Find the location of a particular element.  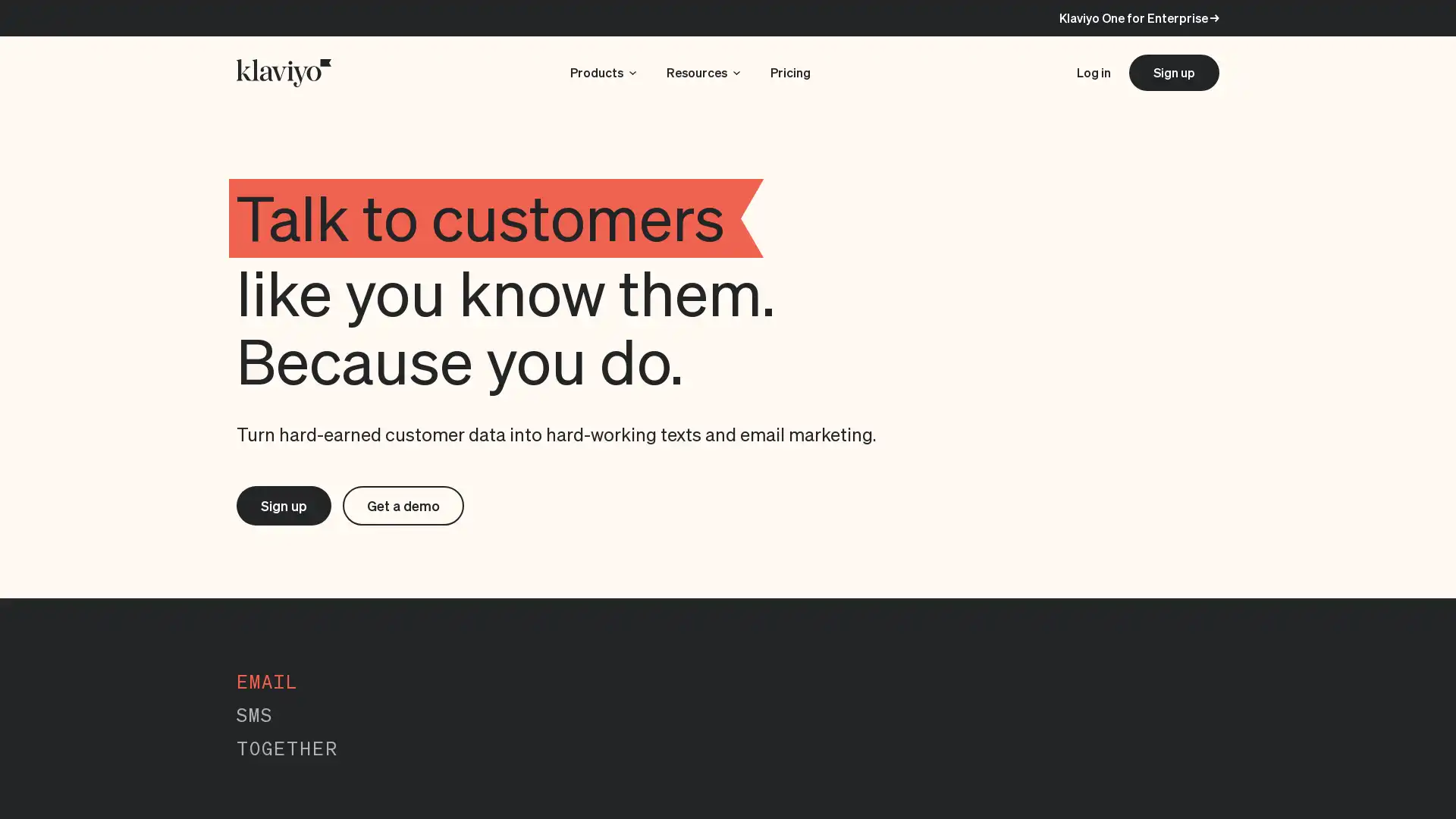

Get a demo is located at coordinates (411, 507).